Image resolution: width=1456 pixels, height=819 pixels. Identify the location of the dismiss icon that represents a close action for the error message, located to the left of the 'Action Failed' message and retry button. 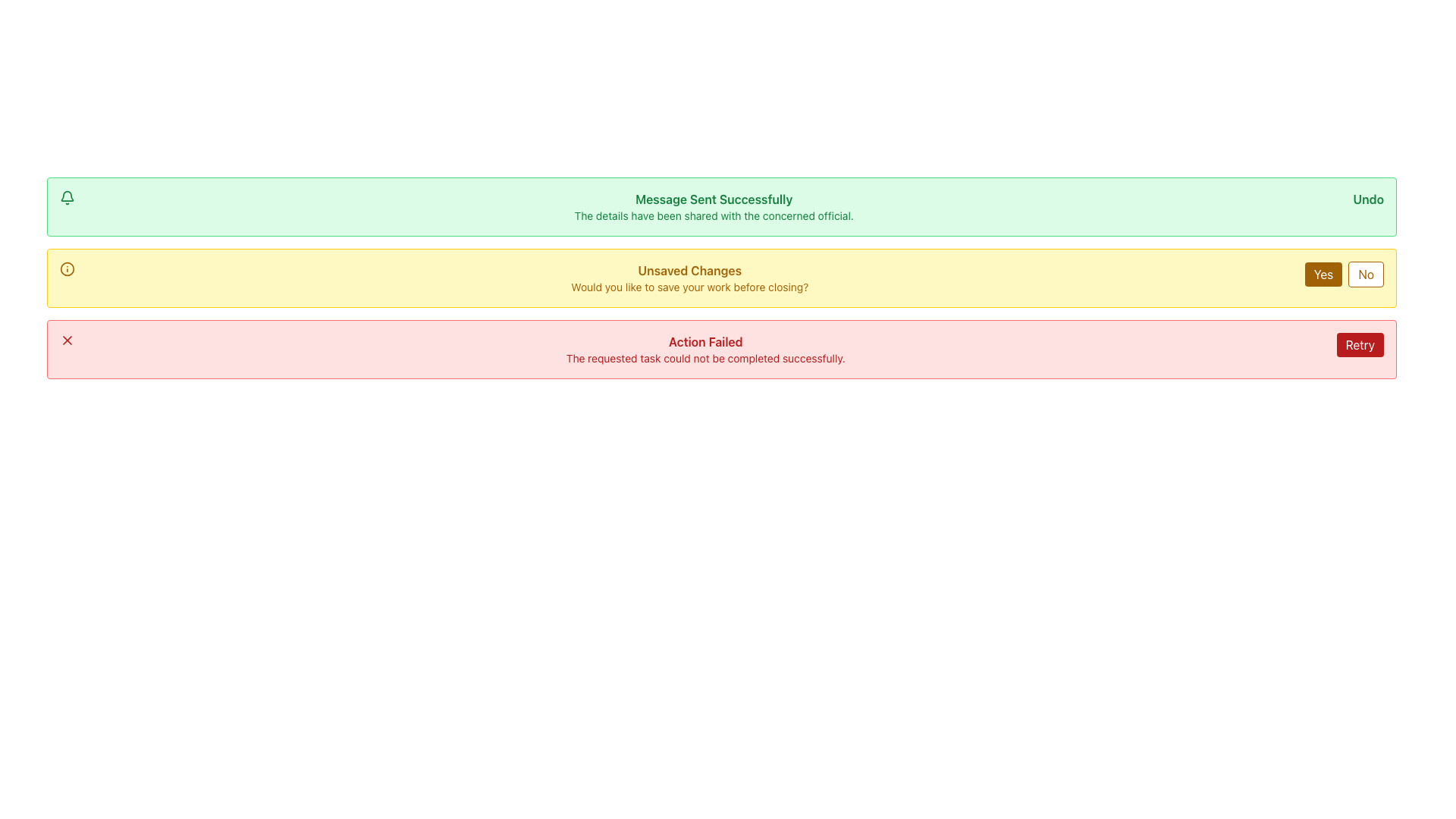
(67, 339).